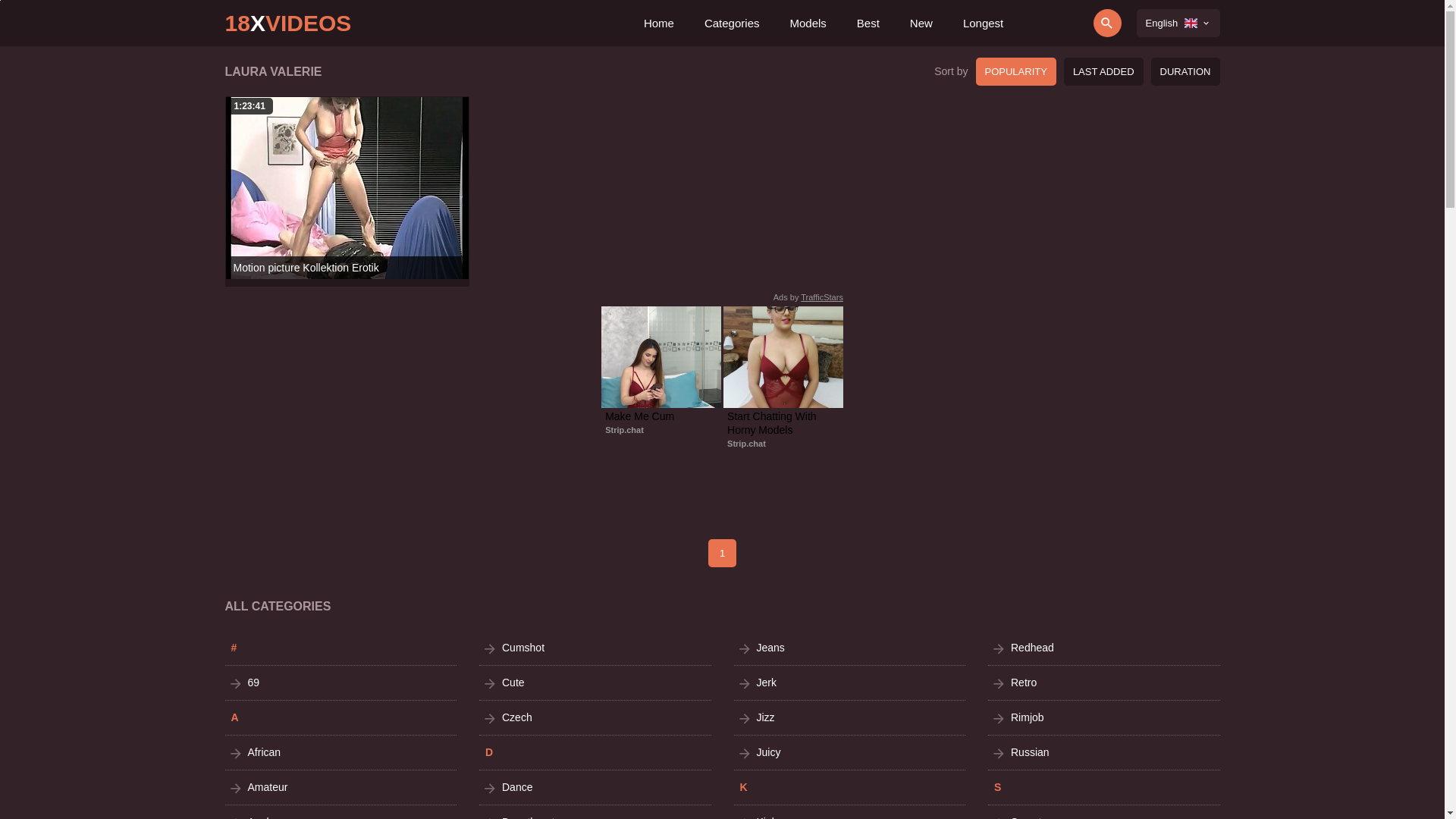 The width and height of the screenshot is (1456, 819). I want to click on 'Home', so click(658, 23).